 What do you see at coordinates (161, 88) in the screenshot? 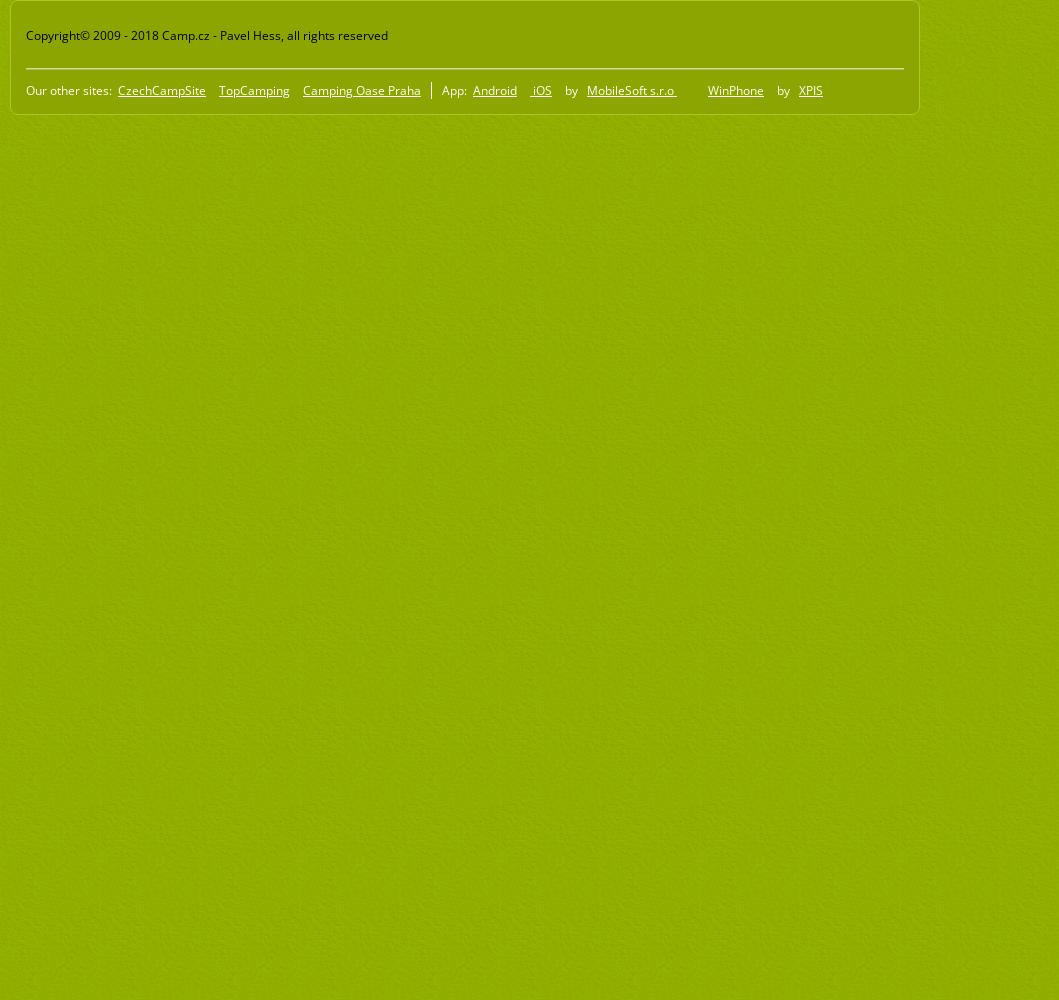
I see `'CzechCampSite'` at bounding box center [161, 88].